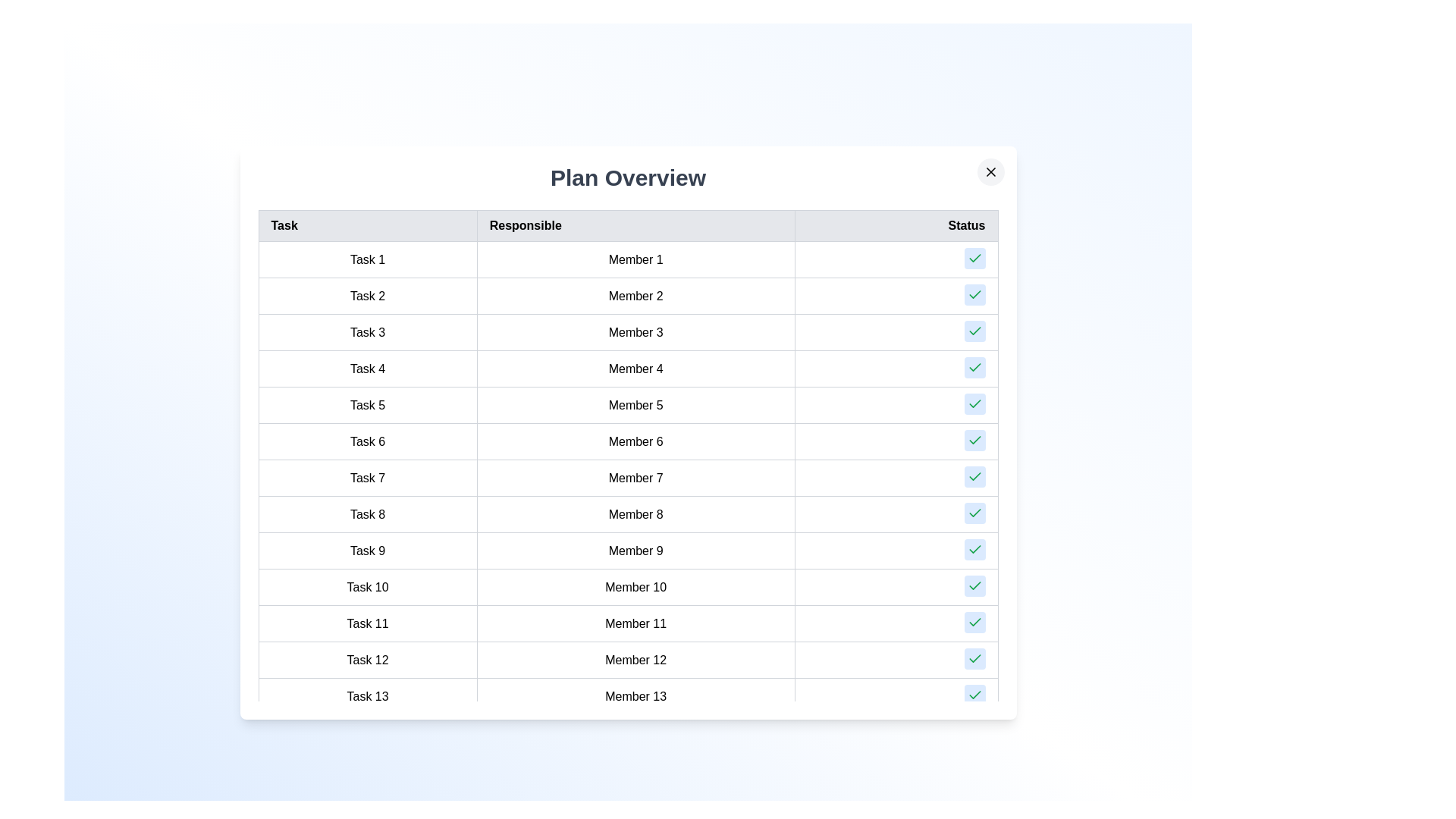 This screenshot has width=1456, height=819. Describe the element at coordinates (974, 368) in the screenshot. I see `the 'Check' button for task 4 to mark it as completed` at that location.